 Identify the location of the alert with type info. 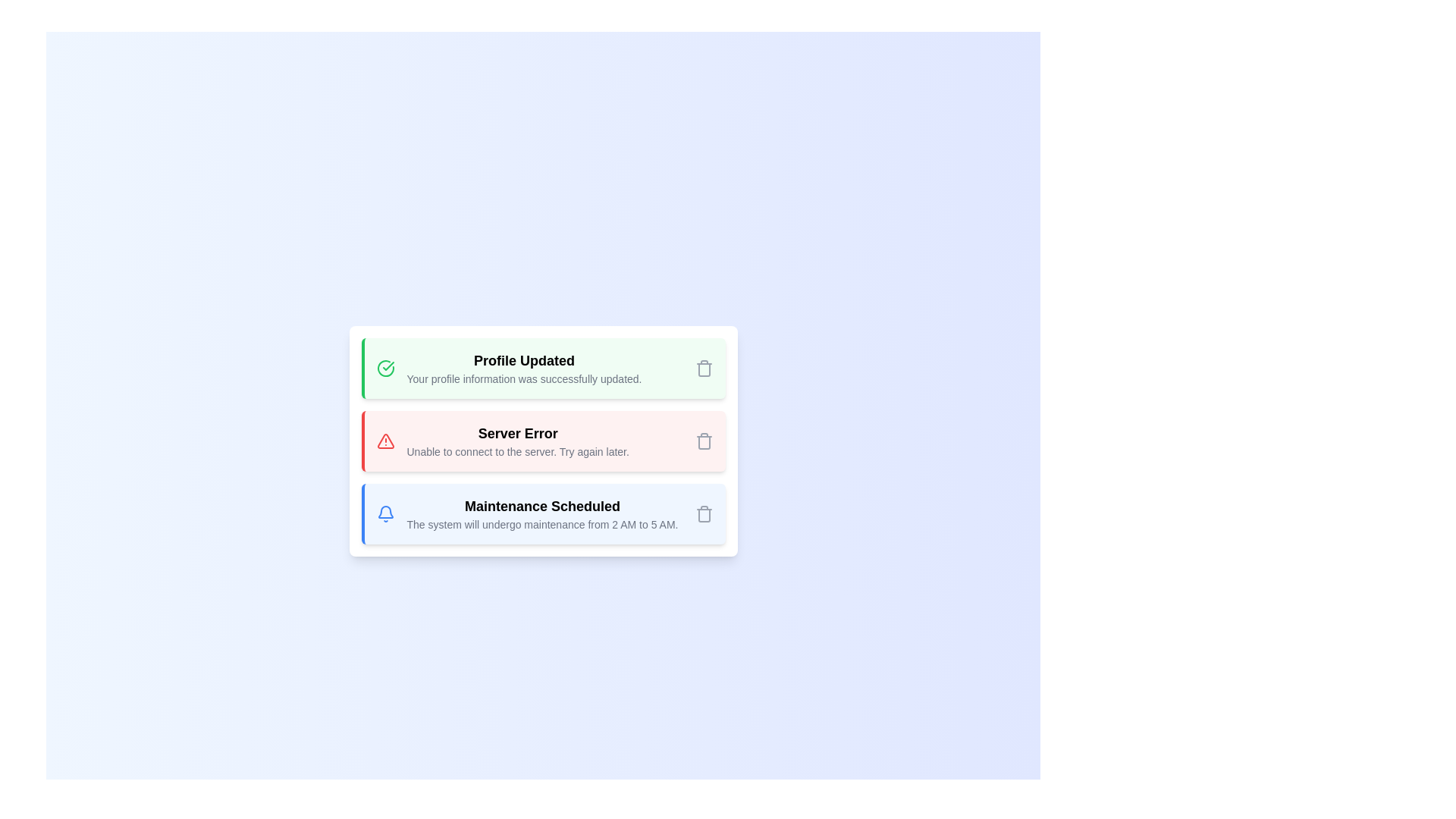
(543, 513).